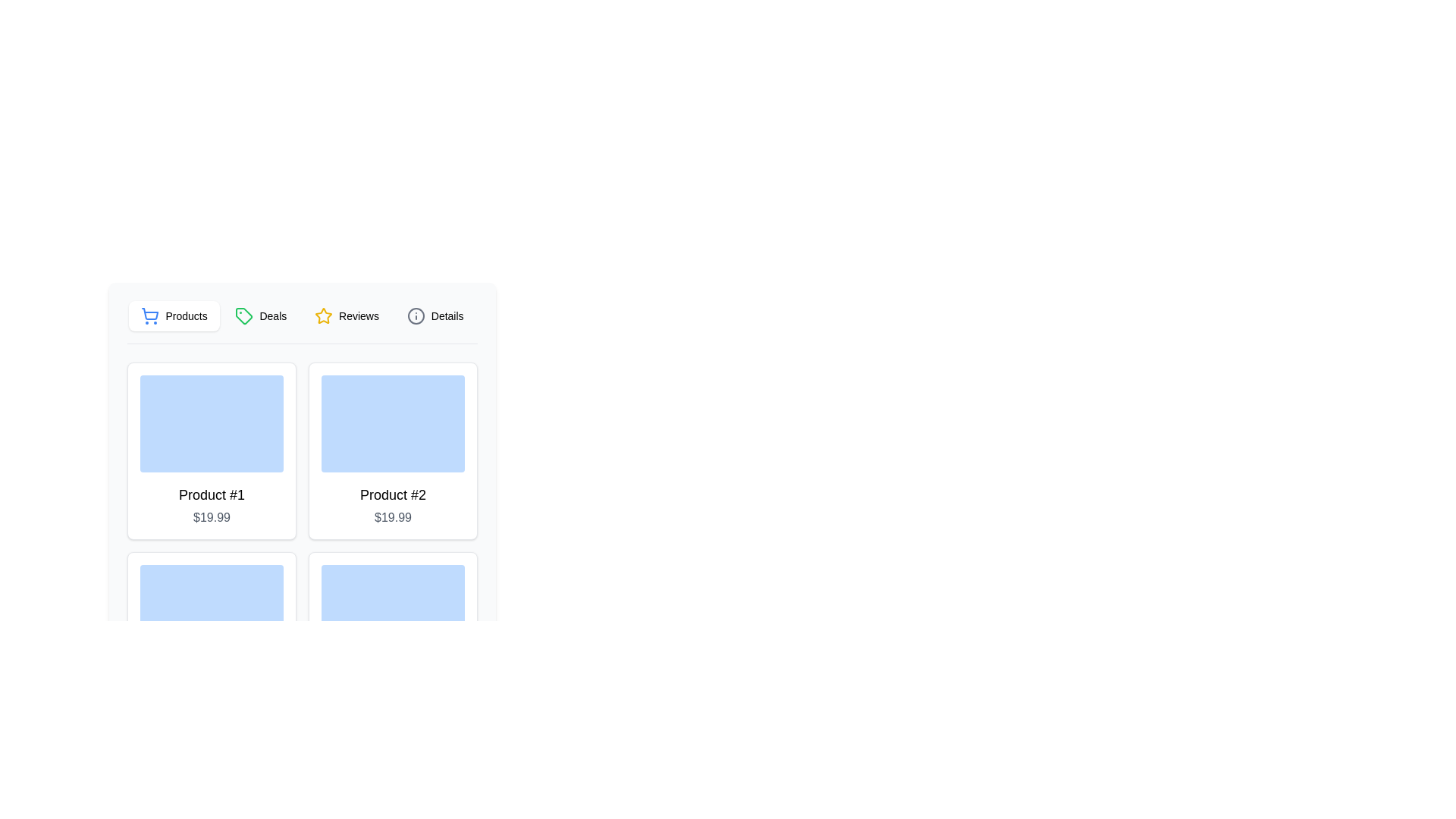 Image resolution: width=1456 pixels, height=819 pixels. I want to click on the fourth button in a horizontal group of buttons at the top section of the layout, so click(435, 315).